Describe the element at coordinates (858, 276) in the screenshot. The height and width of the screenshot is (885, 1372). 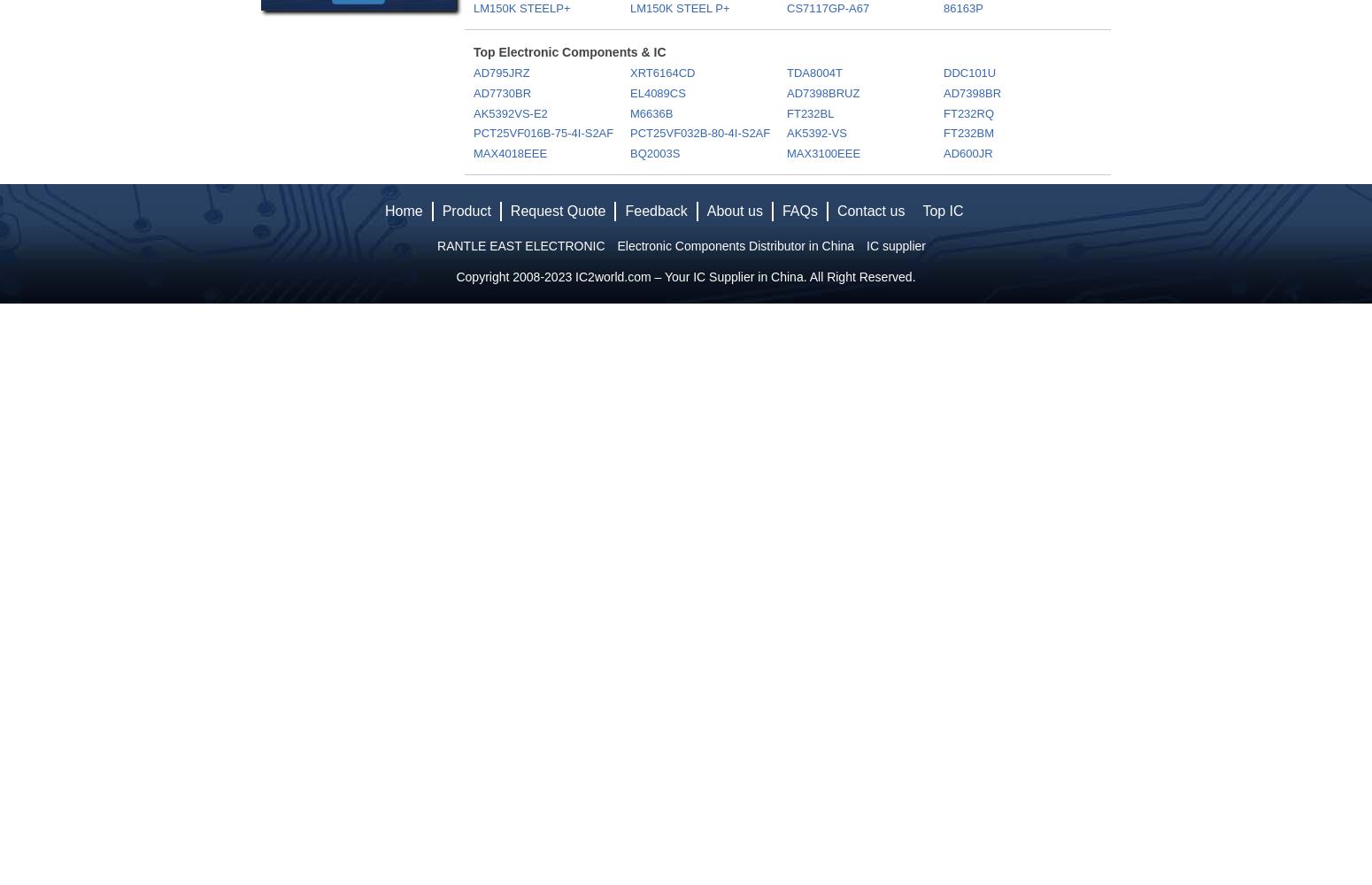
I see `'. All Right Reserved.'` at that location.